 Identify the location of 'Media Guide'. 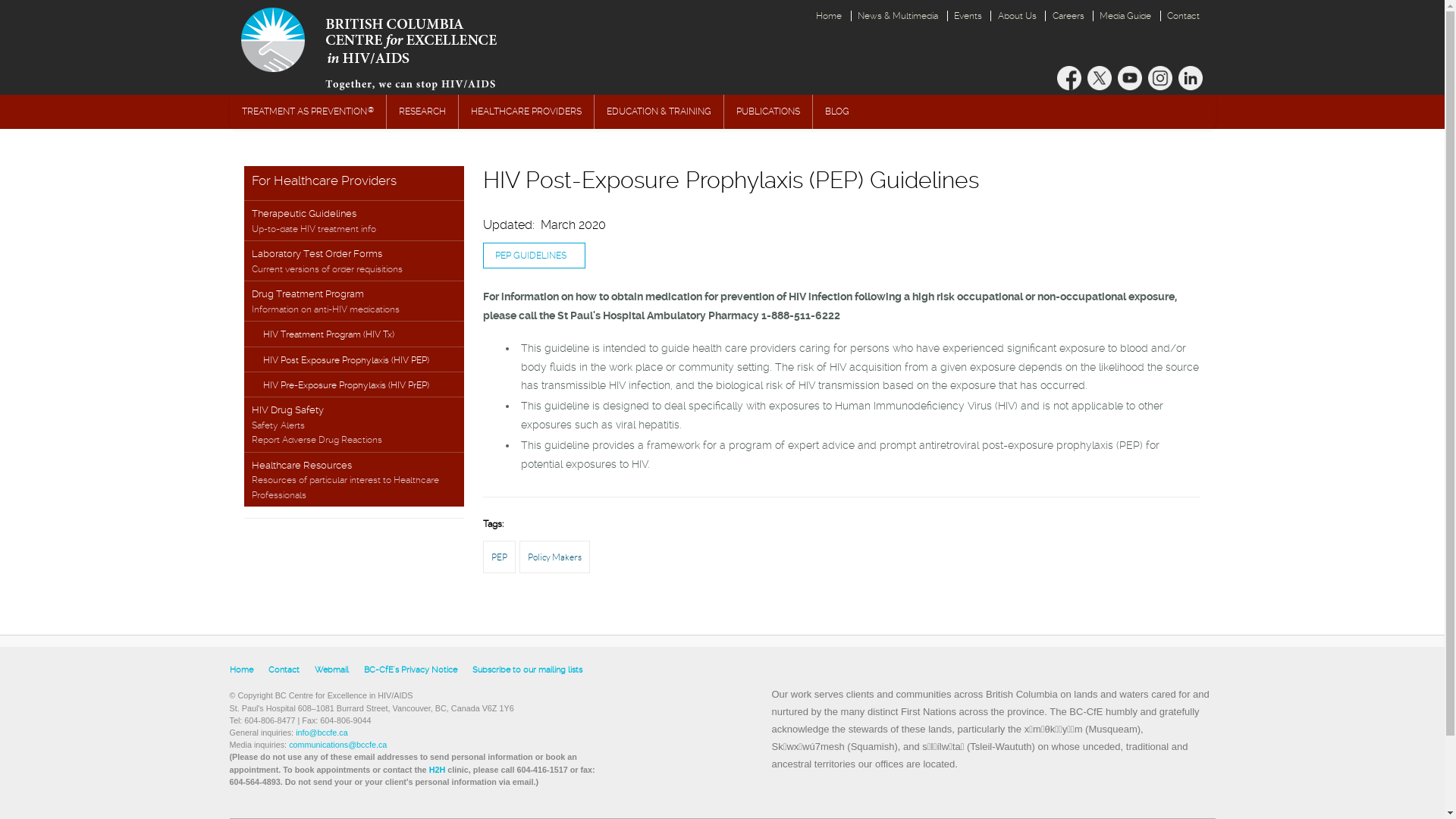
(1125, 15).